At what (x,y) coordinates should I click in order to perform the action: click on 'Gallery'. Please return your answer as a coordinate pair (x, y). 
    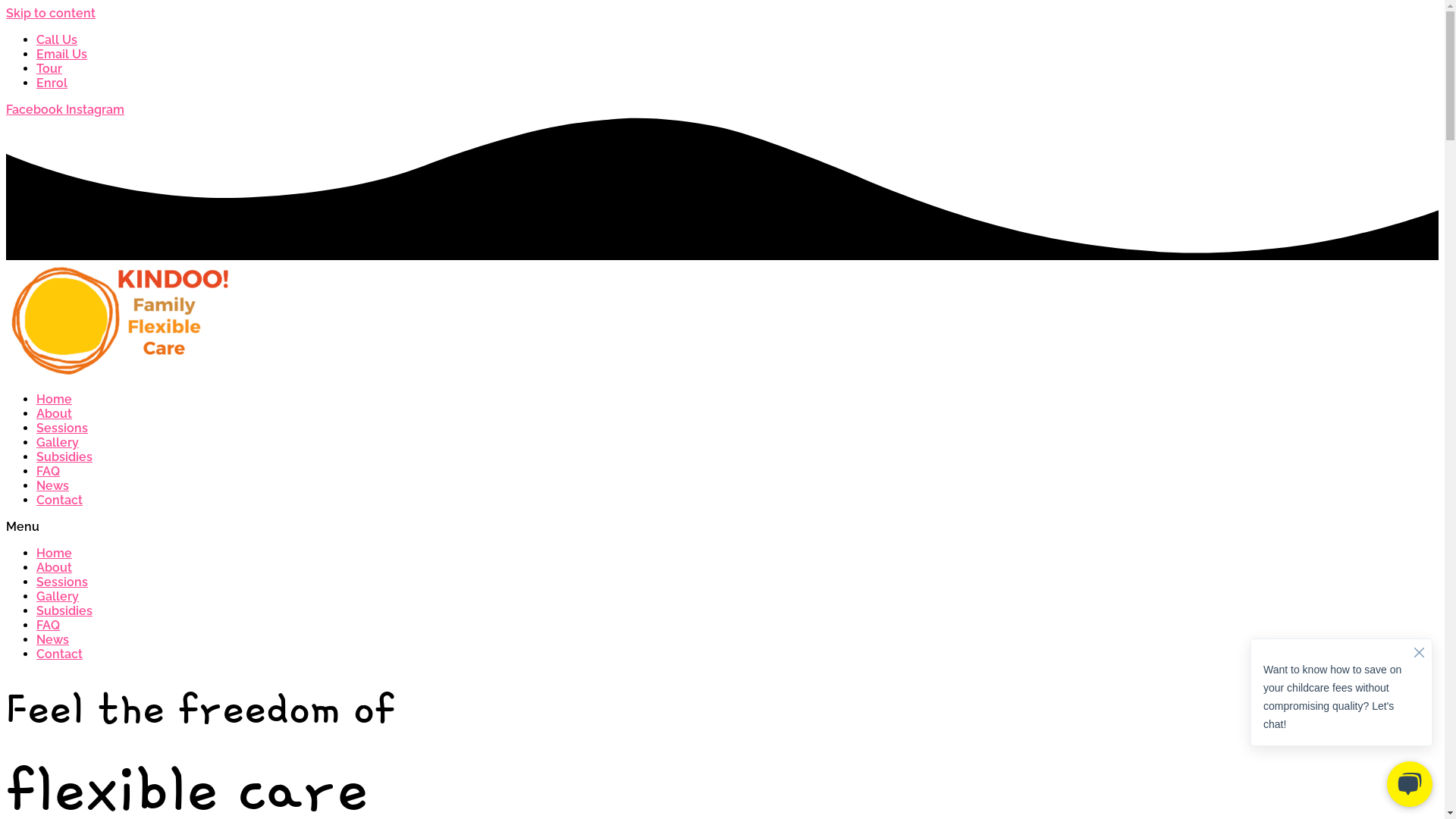
    Looking at the image, I should click on (58, 442).